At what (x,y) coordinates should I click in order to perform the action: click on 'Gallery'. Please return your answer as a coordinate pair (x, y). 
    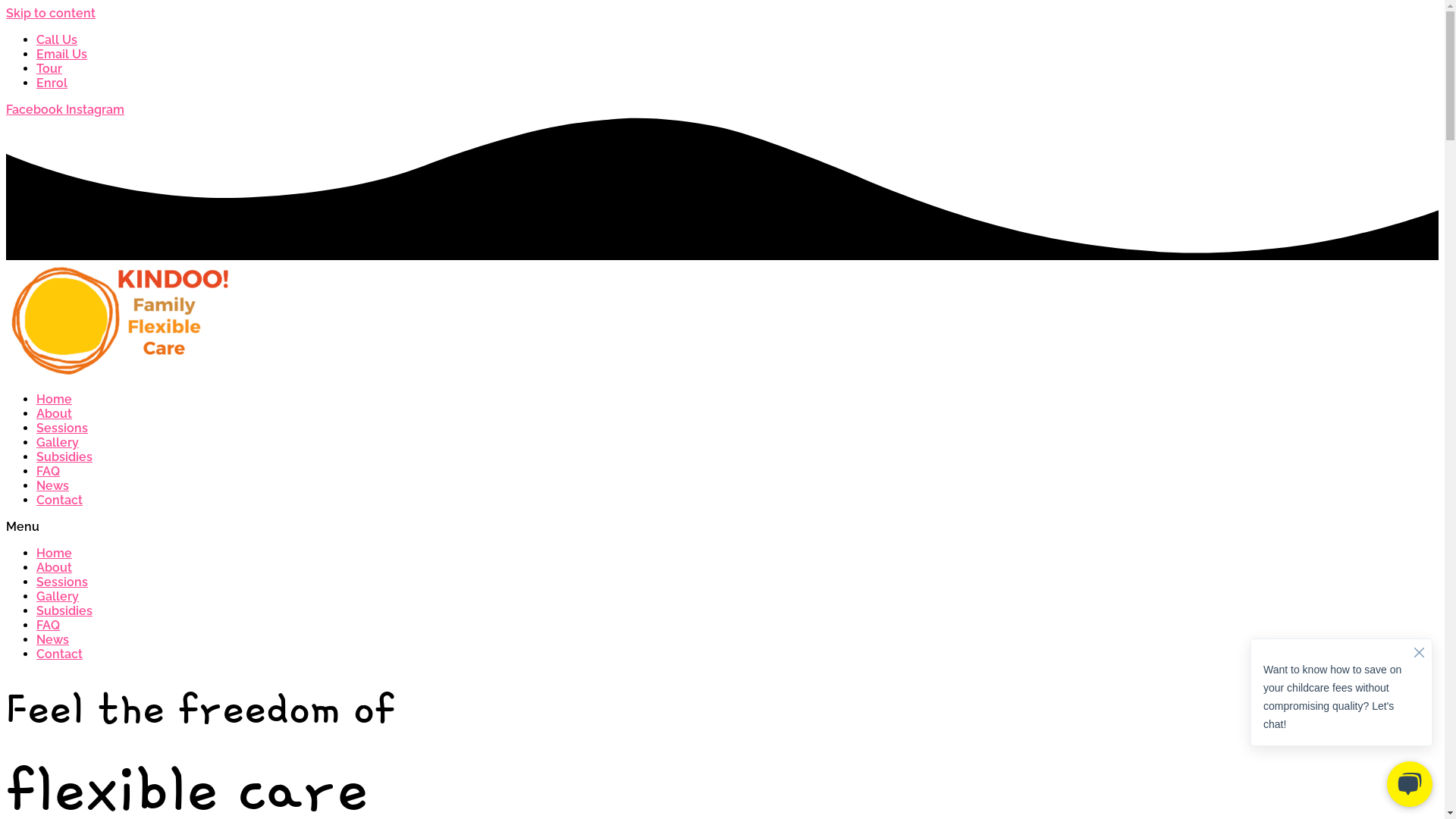
    Looking at the image, I should click on (58, 442).